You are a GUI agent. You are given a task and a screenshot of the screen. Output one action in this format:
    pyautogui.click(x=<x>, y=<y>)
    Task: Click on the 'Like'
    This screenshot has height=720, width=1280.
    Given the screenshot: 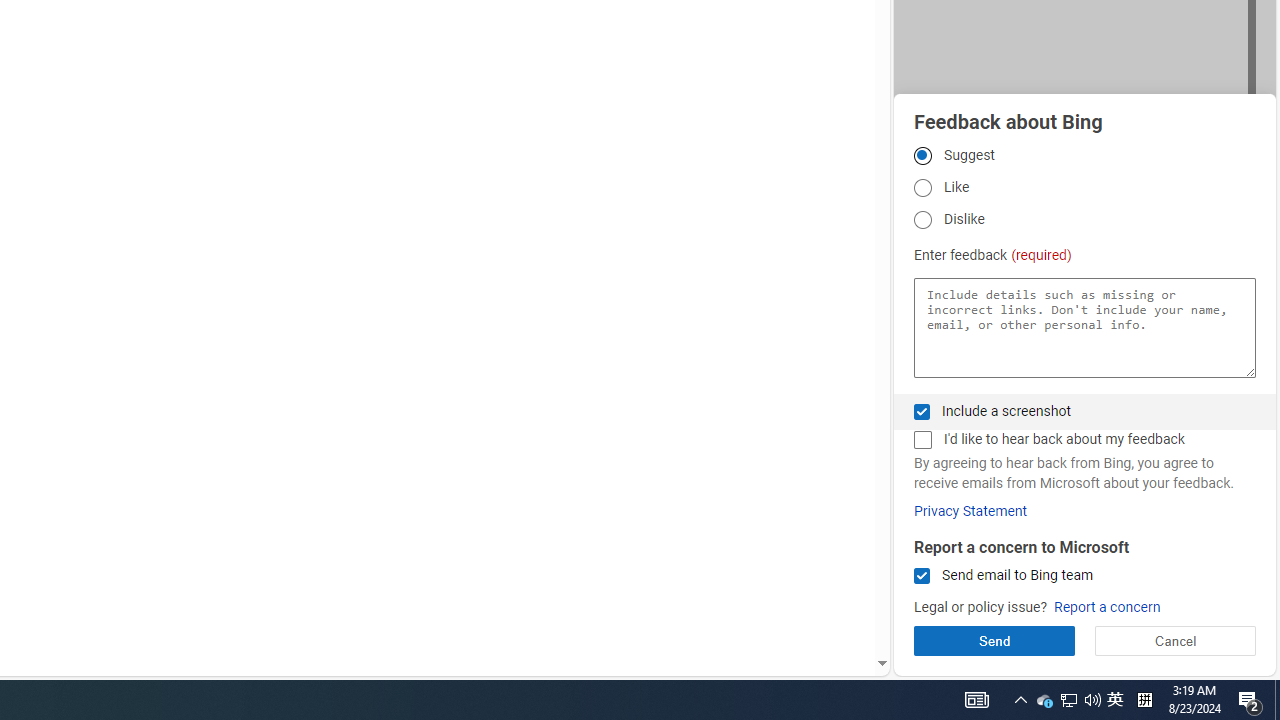 What is the action you would take?
    pyautogui.click(x=921, y=188)
    